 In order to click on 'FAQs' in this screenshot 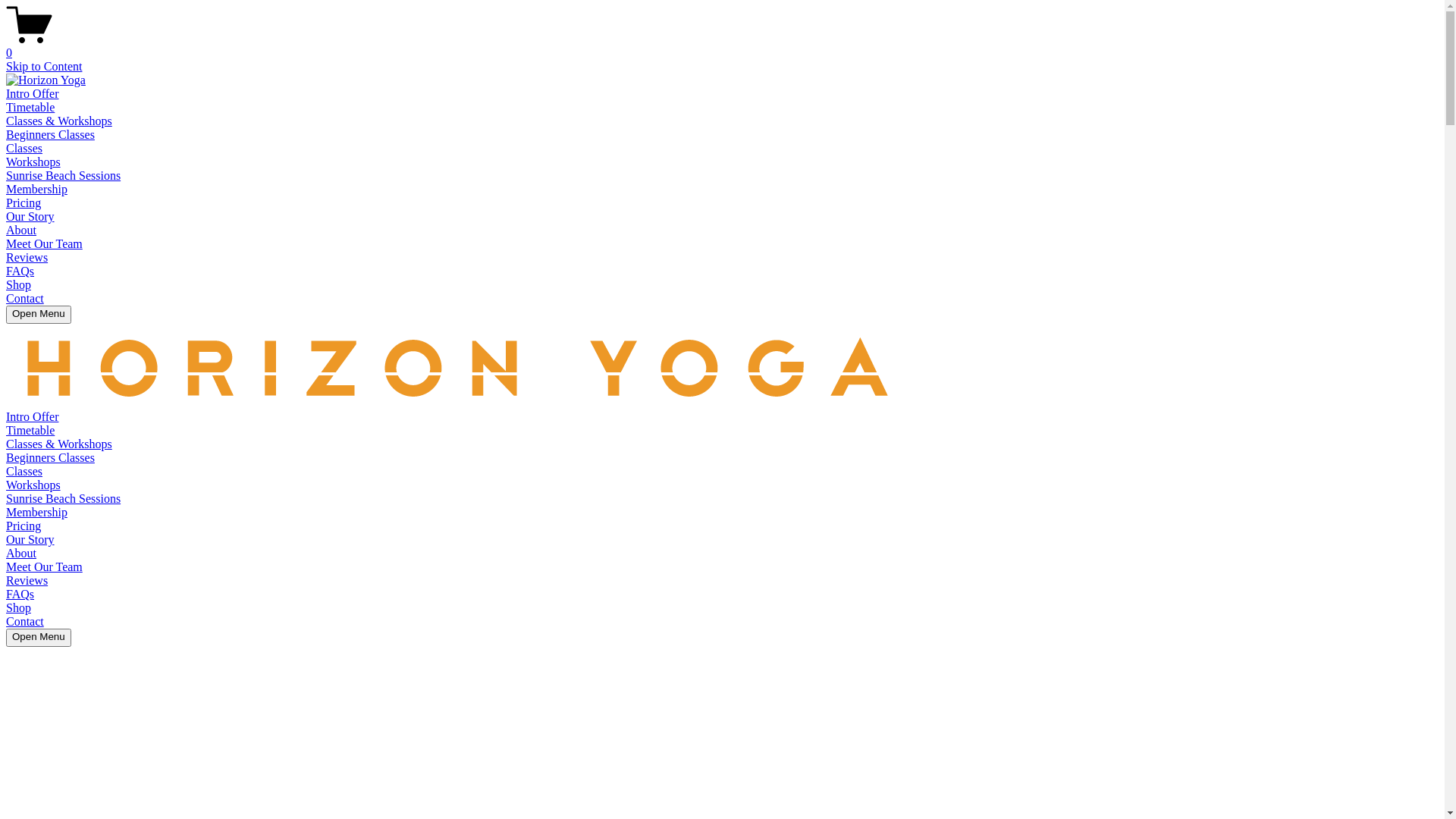, I will do `click(20, 593)`.